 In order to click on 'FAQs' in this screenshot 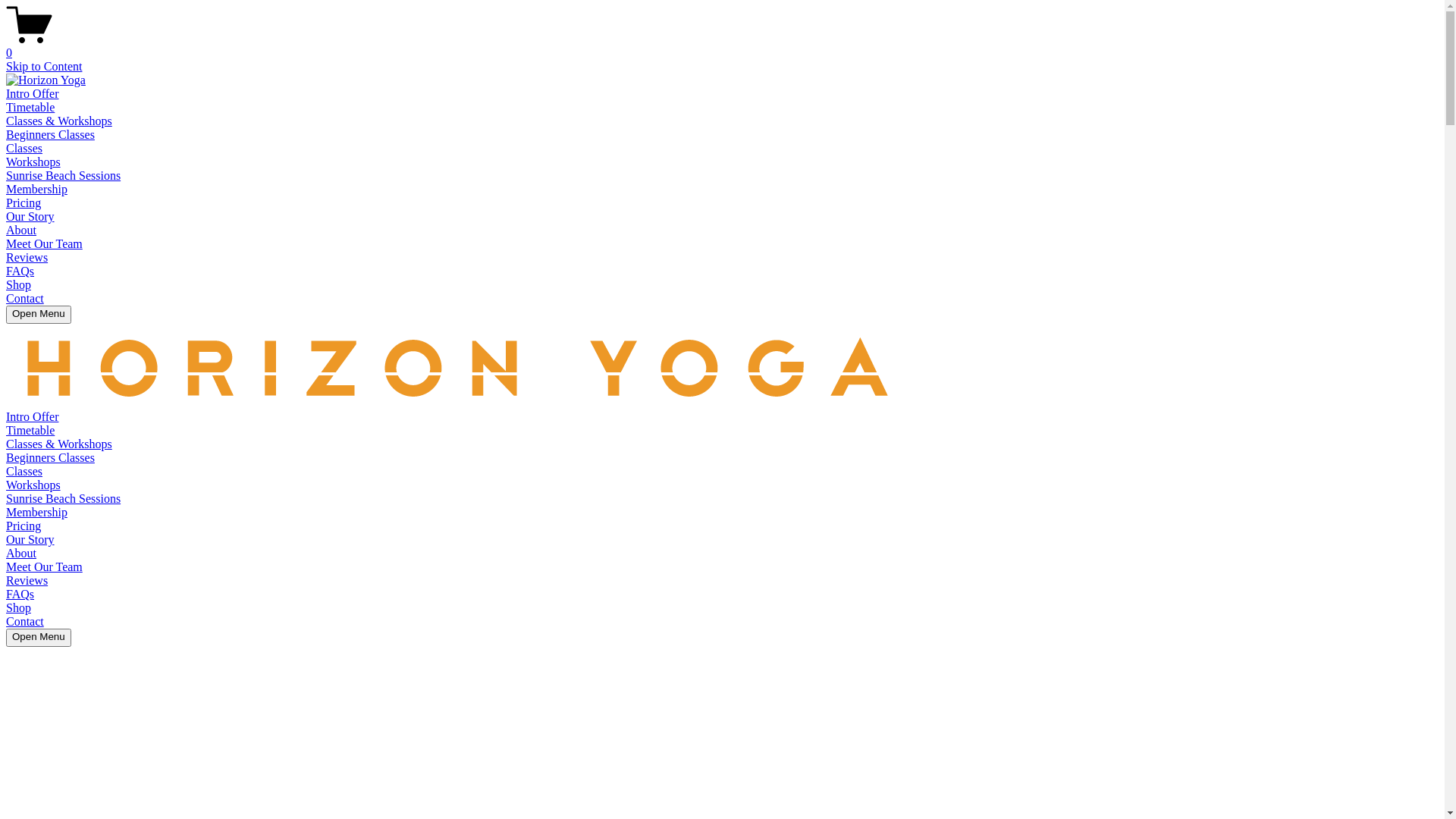, I will do `click(20, 593)`.